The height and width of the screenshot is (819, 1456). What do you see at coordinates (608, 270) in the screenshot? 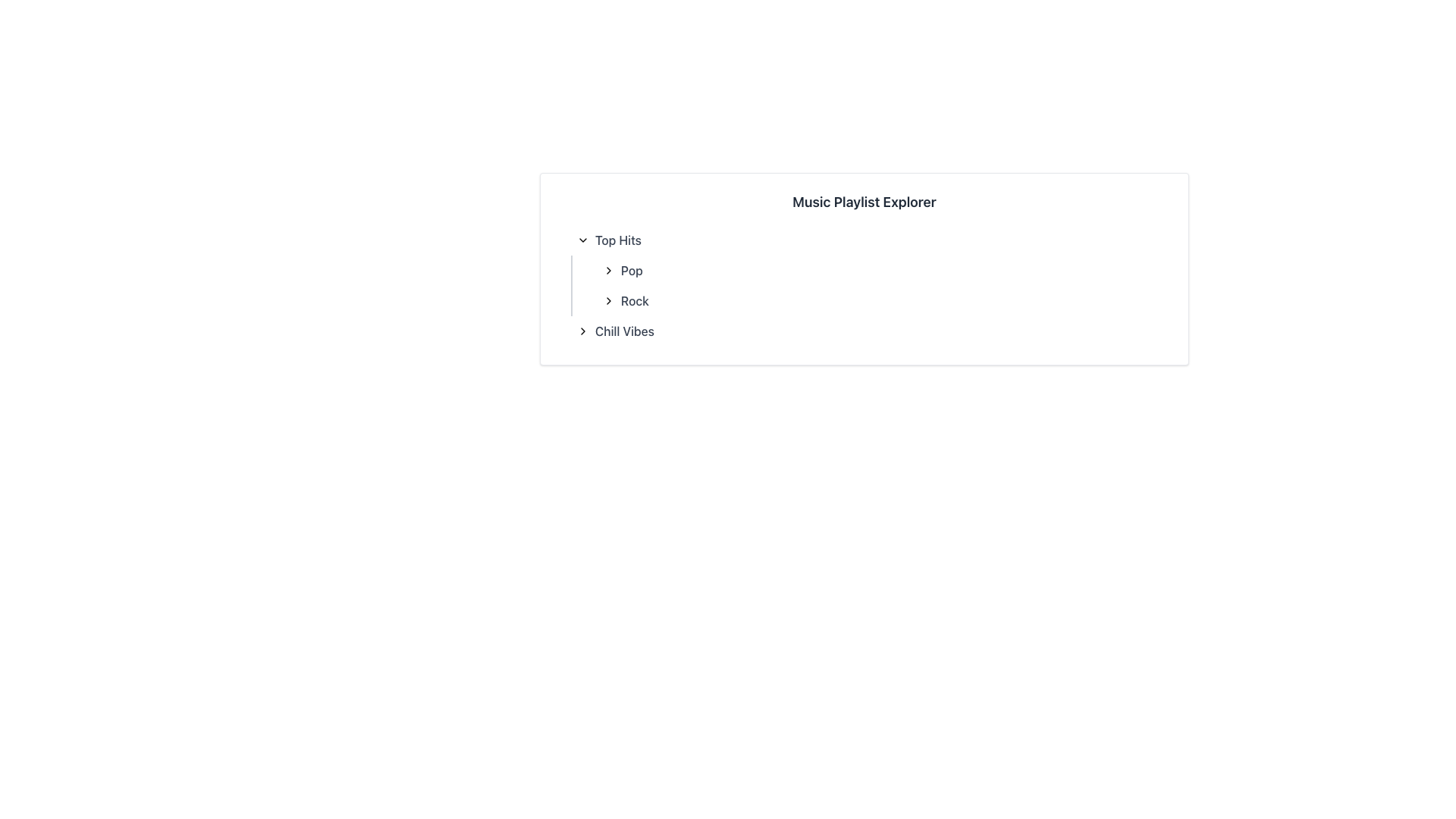
I see `the right-pointing chevron icon next to the 'Pop' text label in the 'Music Playlist Explorer' interface` at bounding box center [608, 270].